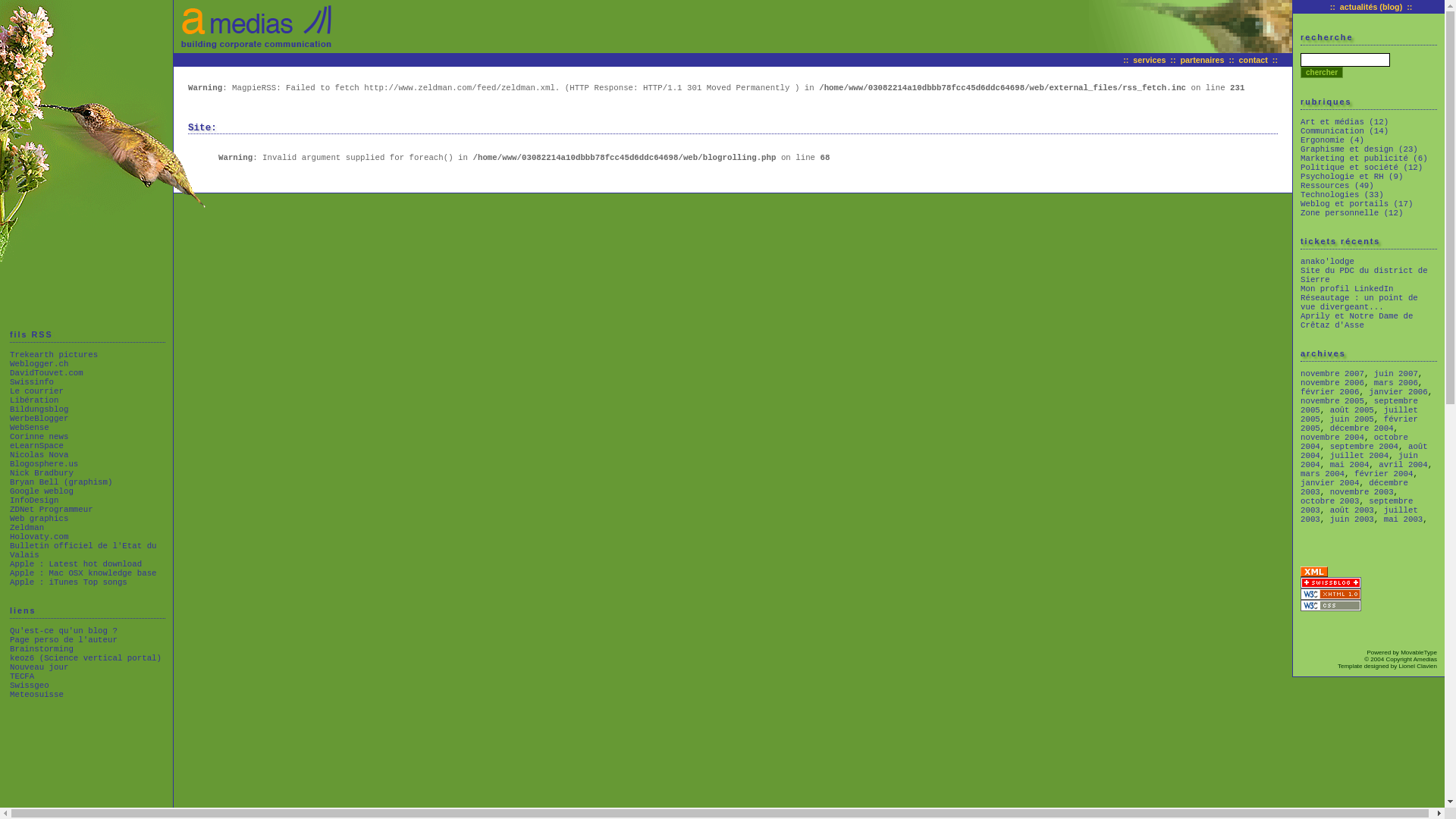 The image size is (1456, 819). I want to click on 'eLearnSpace', so click(36, 444).